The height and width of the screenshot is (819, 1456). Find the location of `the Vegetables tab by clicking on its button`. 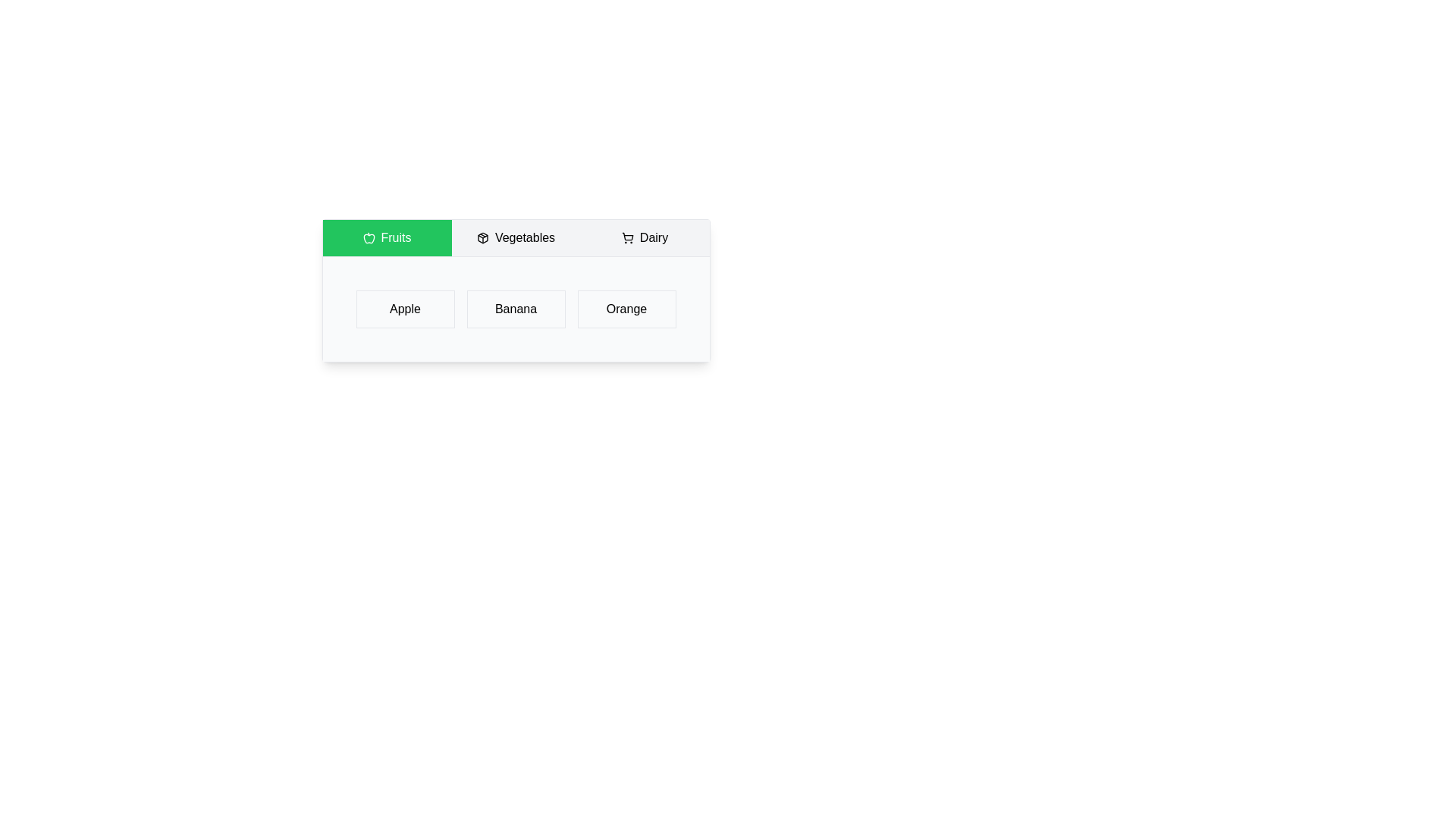

the Vegetables tab by clicking on its button is located at coordinates (516, 237).